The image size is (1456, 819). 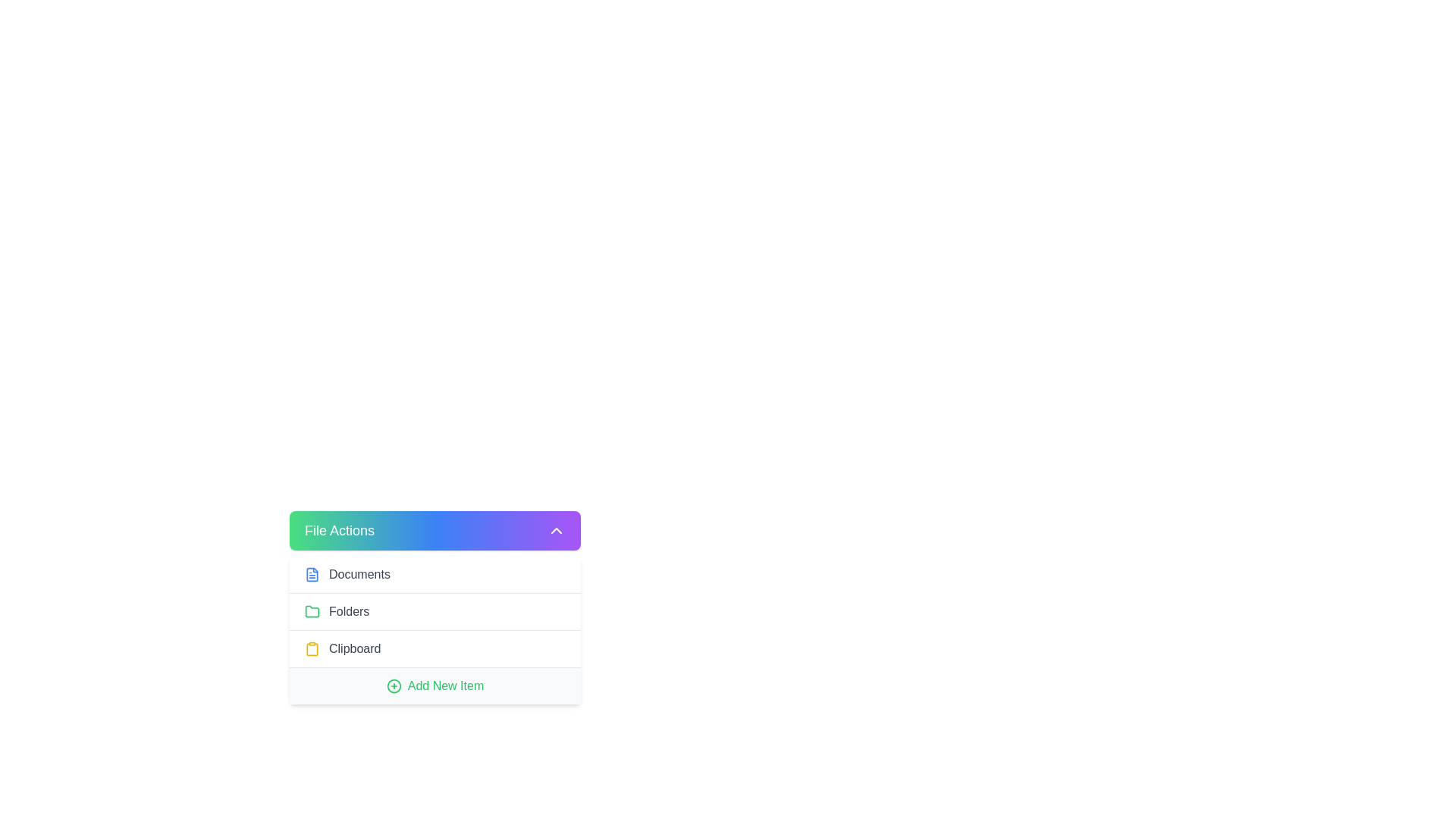 I want to click on the decorative SVG circle graphic that signifies the addition action for the 'Add New Item' button located at the bottom of the actions group, so click(x=394, y=686).